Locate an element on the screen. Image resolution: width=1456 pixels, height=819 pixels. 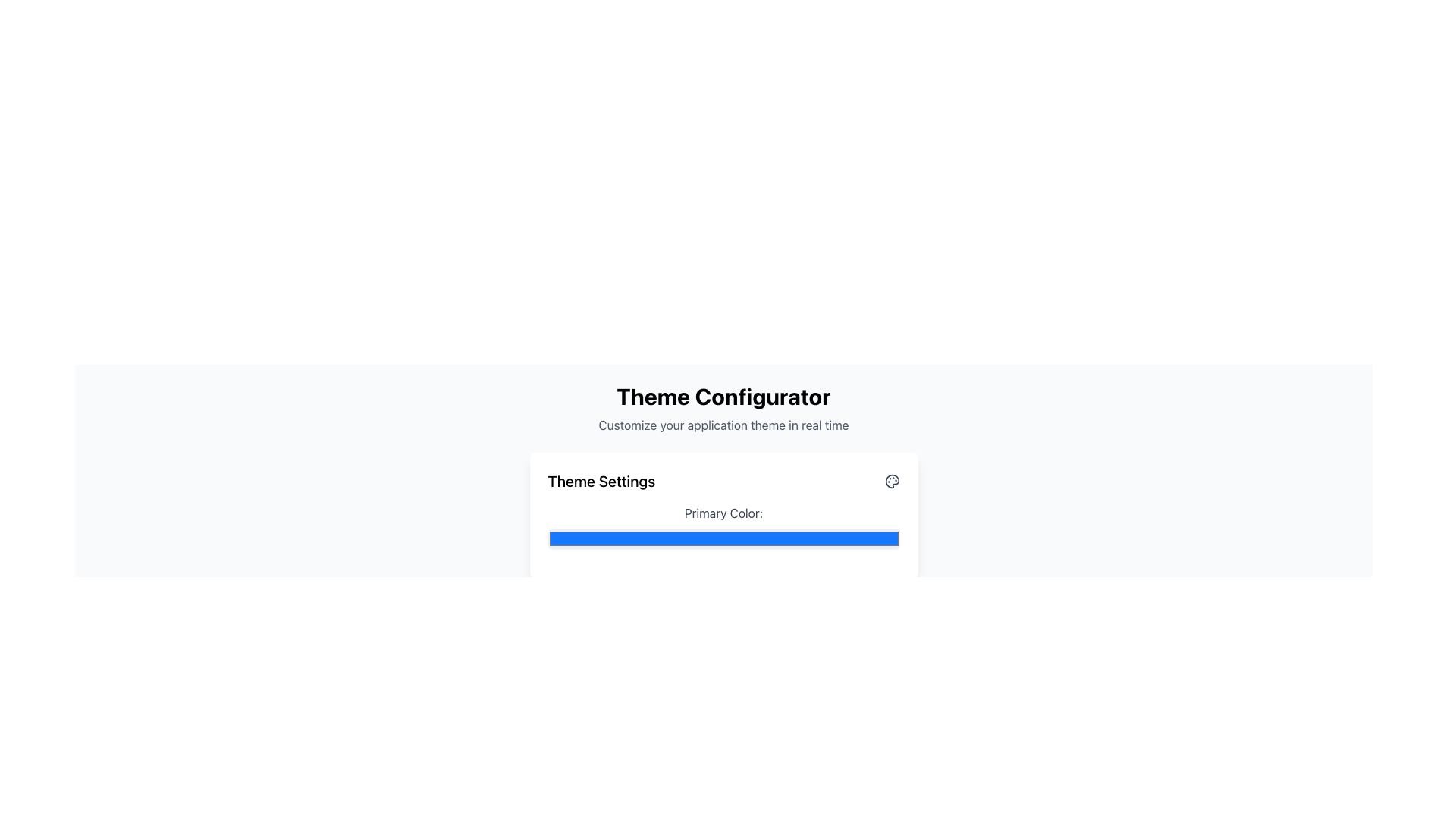
SVG icon representing a palette located in the top-right side of the 'Theme Settings' card by clicking on it is located at coordinates (892, 482).